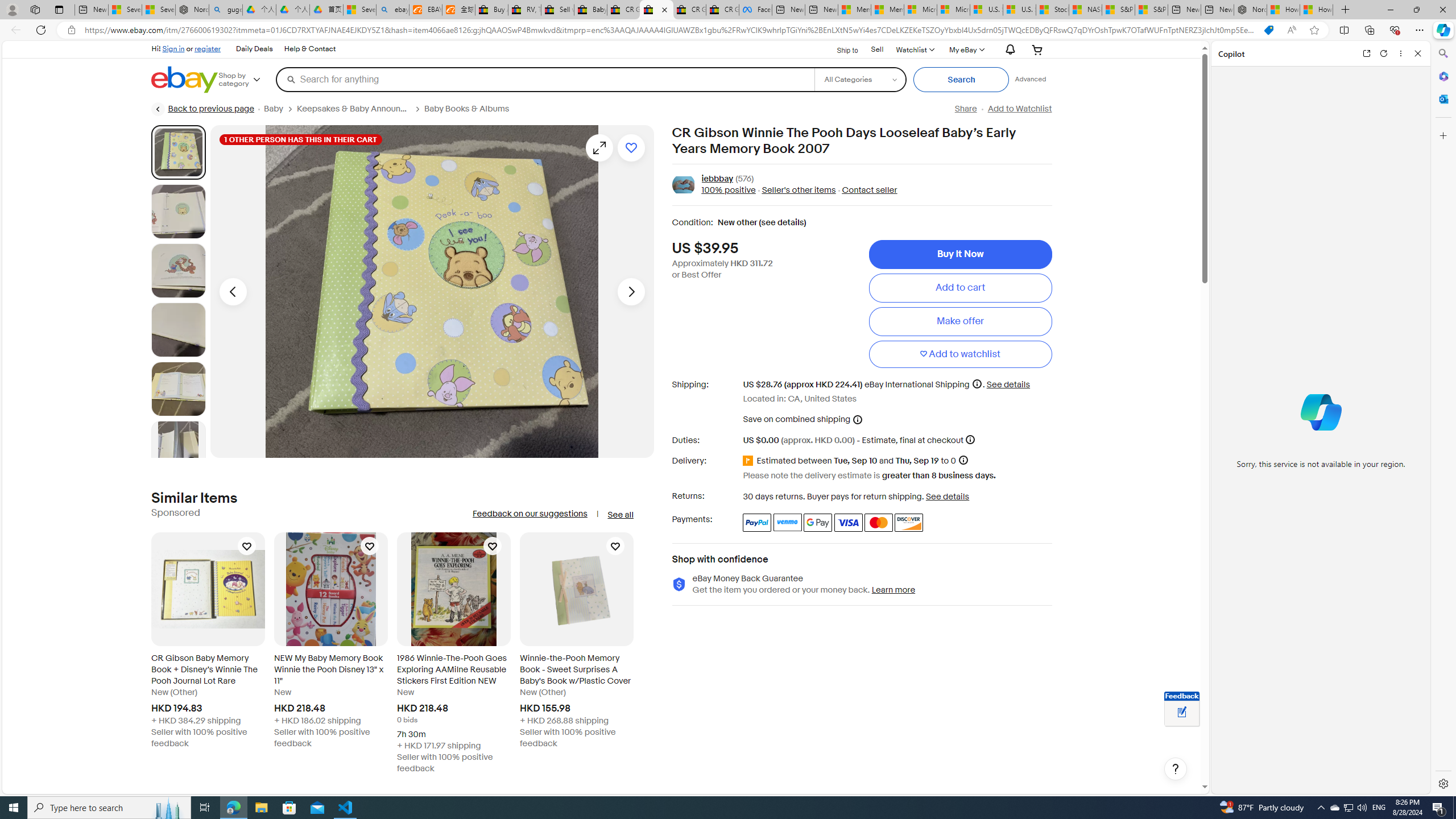  What do you see at coordinates (913, 49) in the screenshot?
I see `'Watchlist'` at bounding box center [913, 49].